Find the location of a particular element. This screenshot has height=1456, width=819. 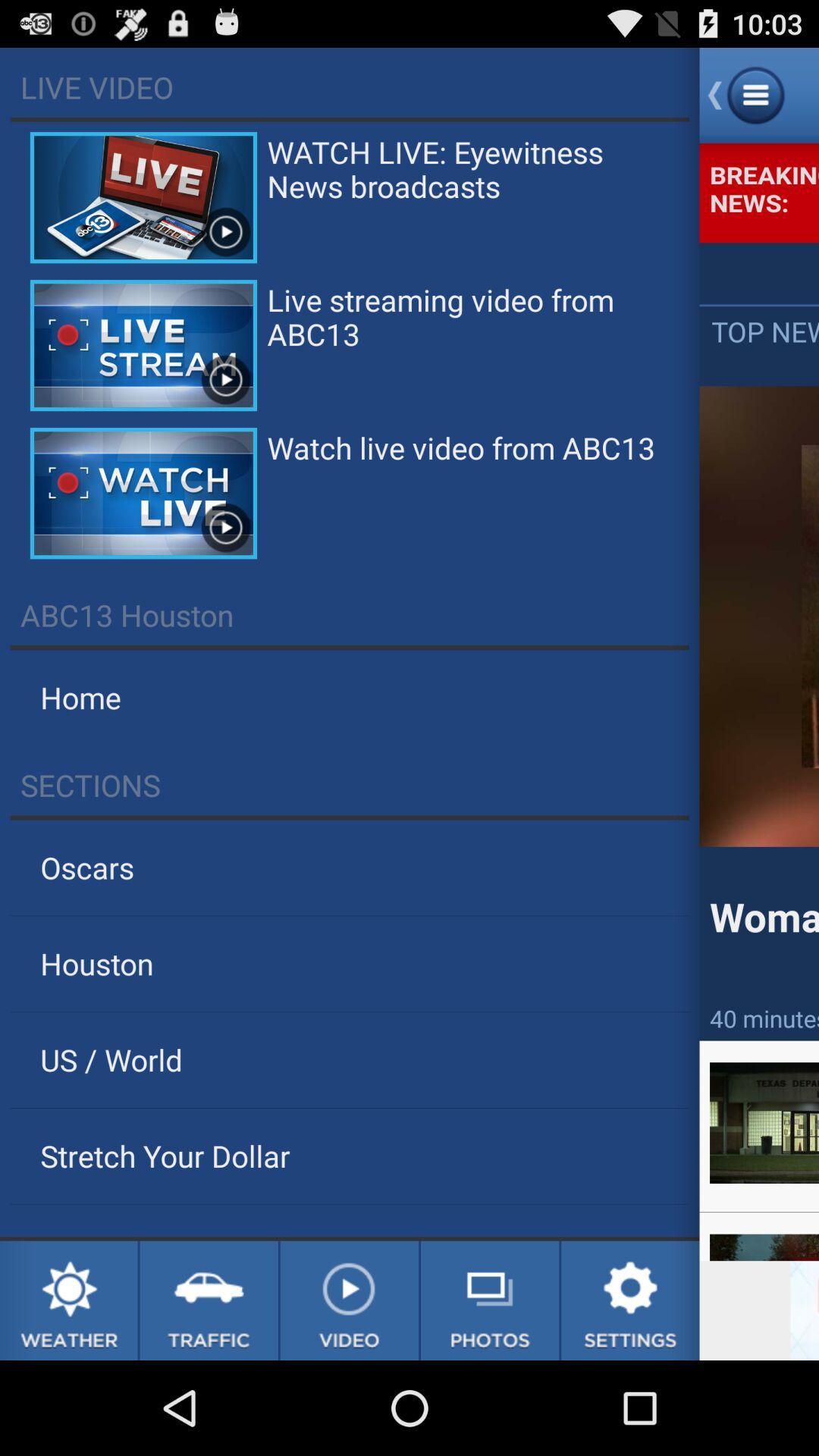

weather tool is located at coordinates (68, 1300).